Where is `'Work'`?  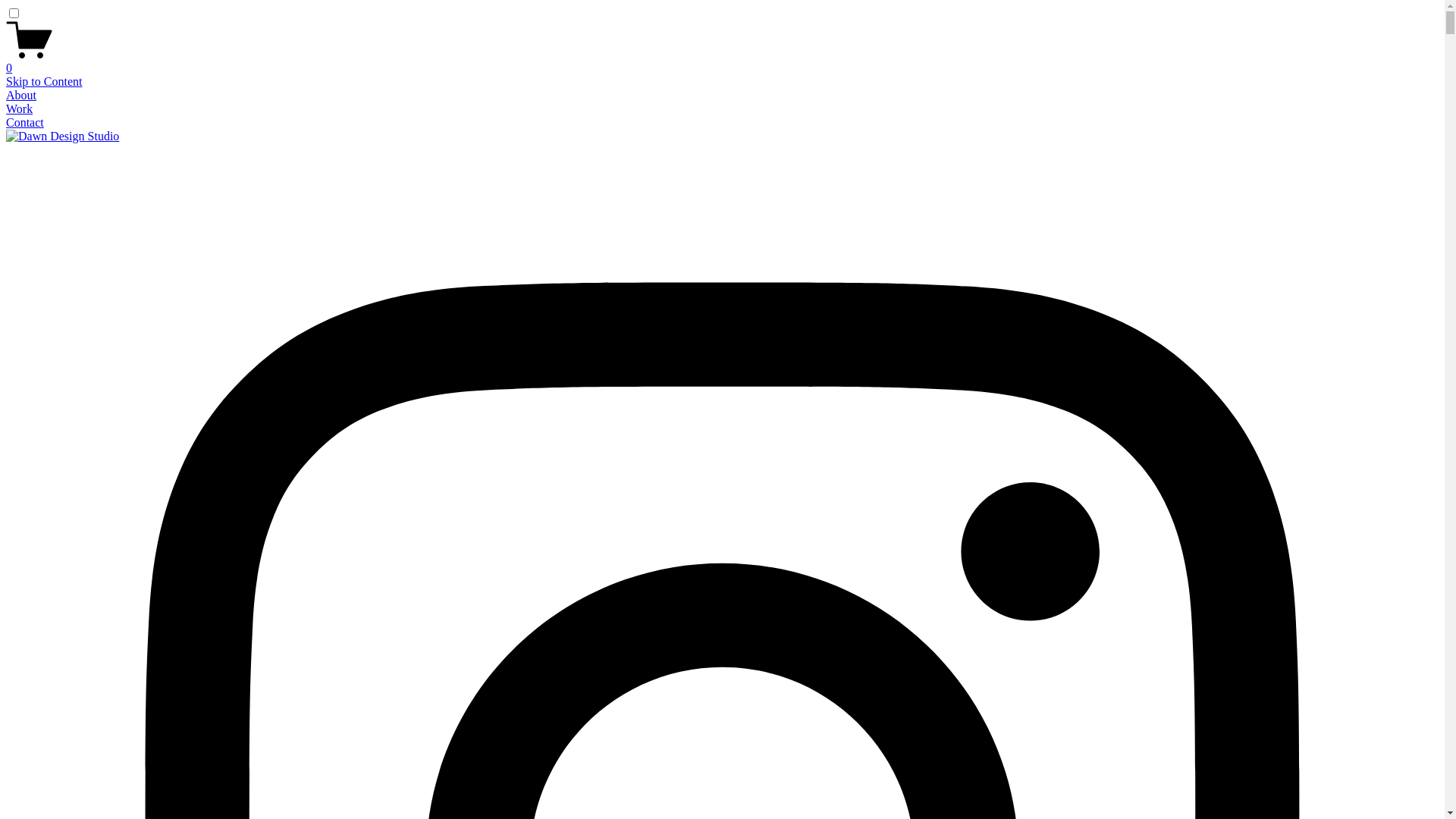
'Work' is located at coordinates (19, 108).